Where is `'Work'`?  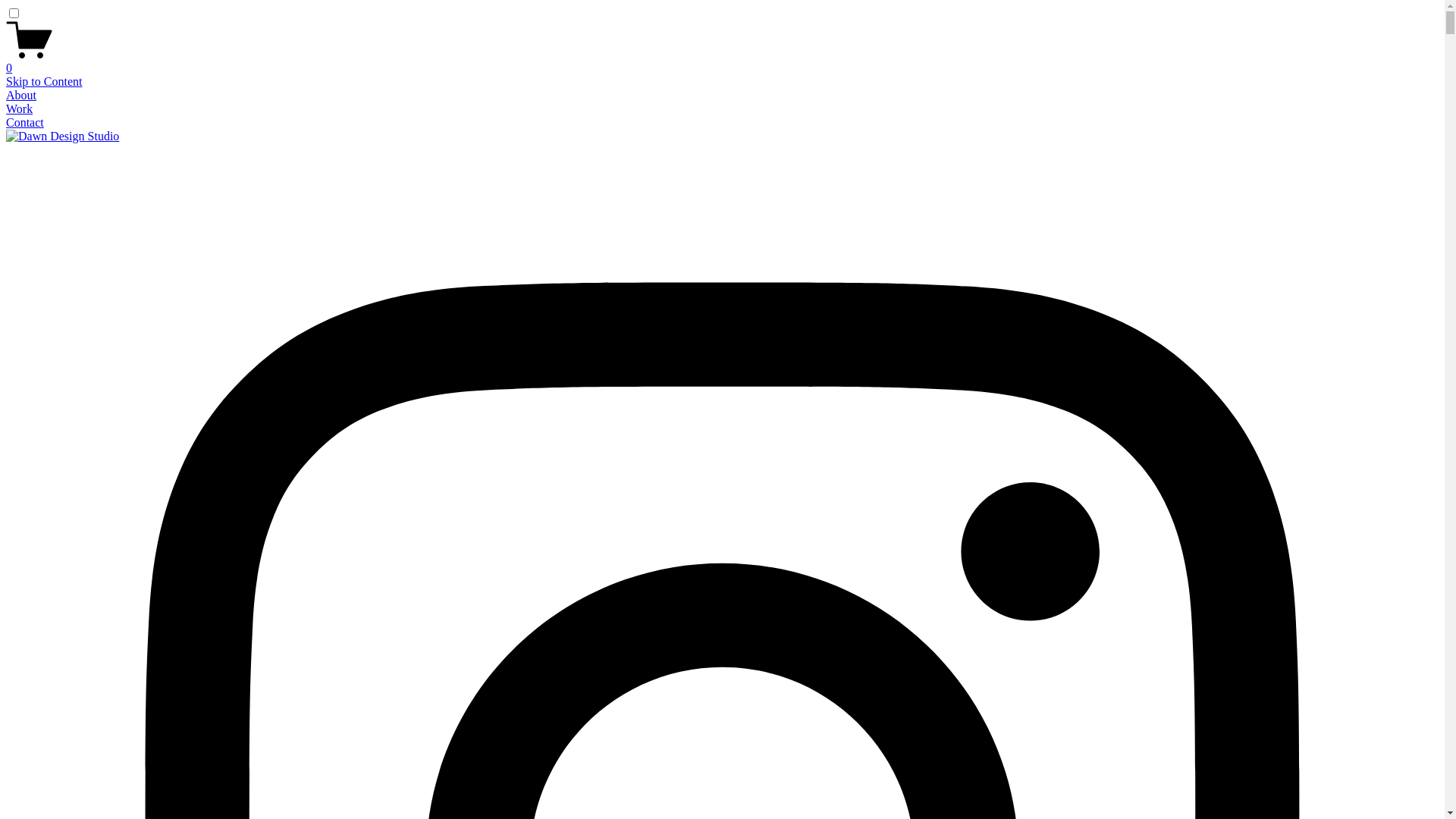
'Work' is located at coordinates (19, 108).